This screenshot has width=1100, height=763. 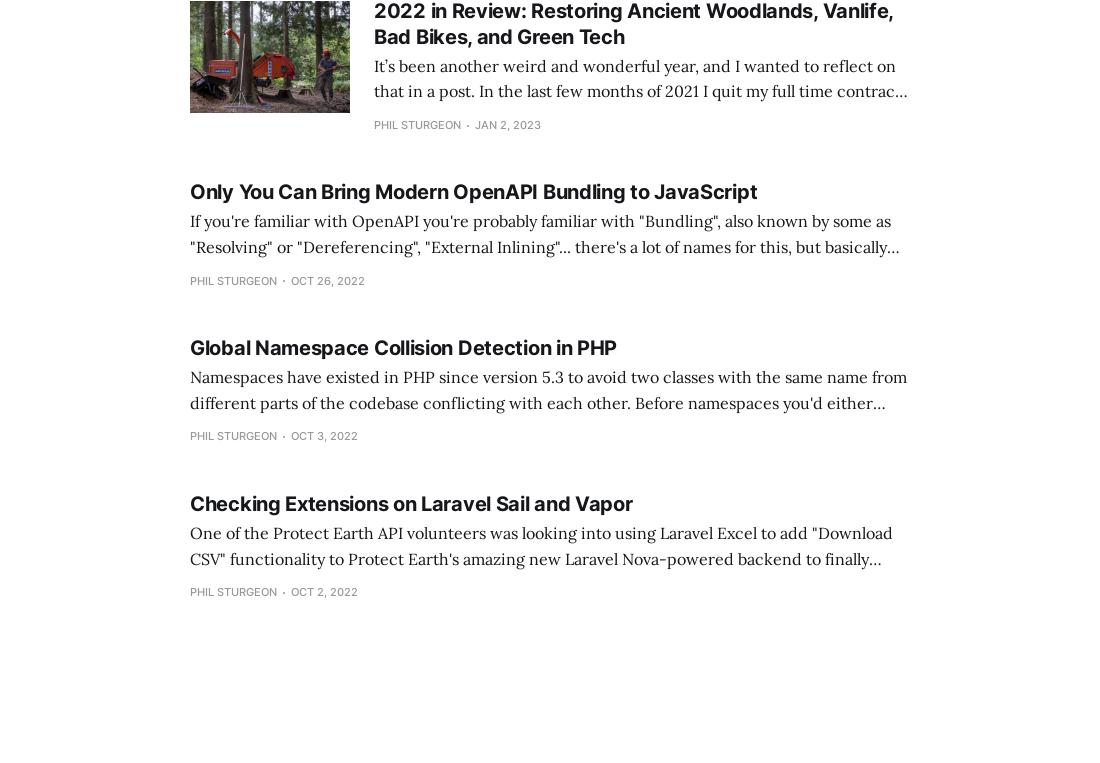 What do you see at coordinates (472, 191) in the screenshot?
I see `'Only You Can Bring Modern OpenAPI Bundling to JavaScript'` at bounding box center [472, 191].